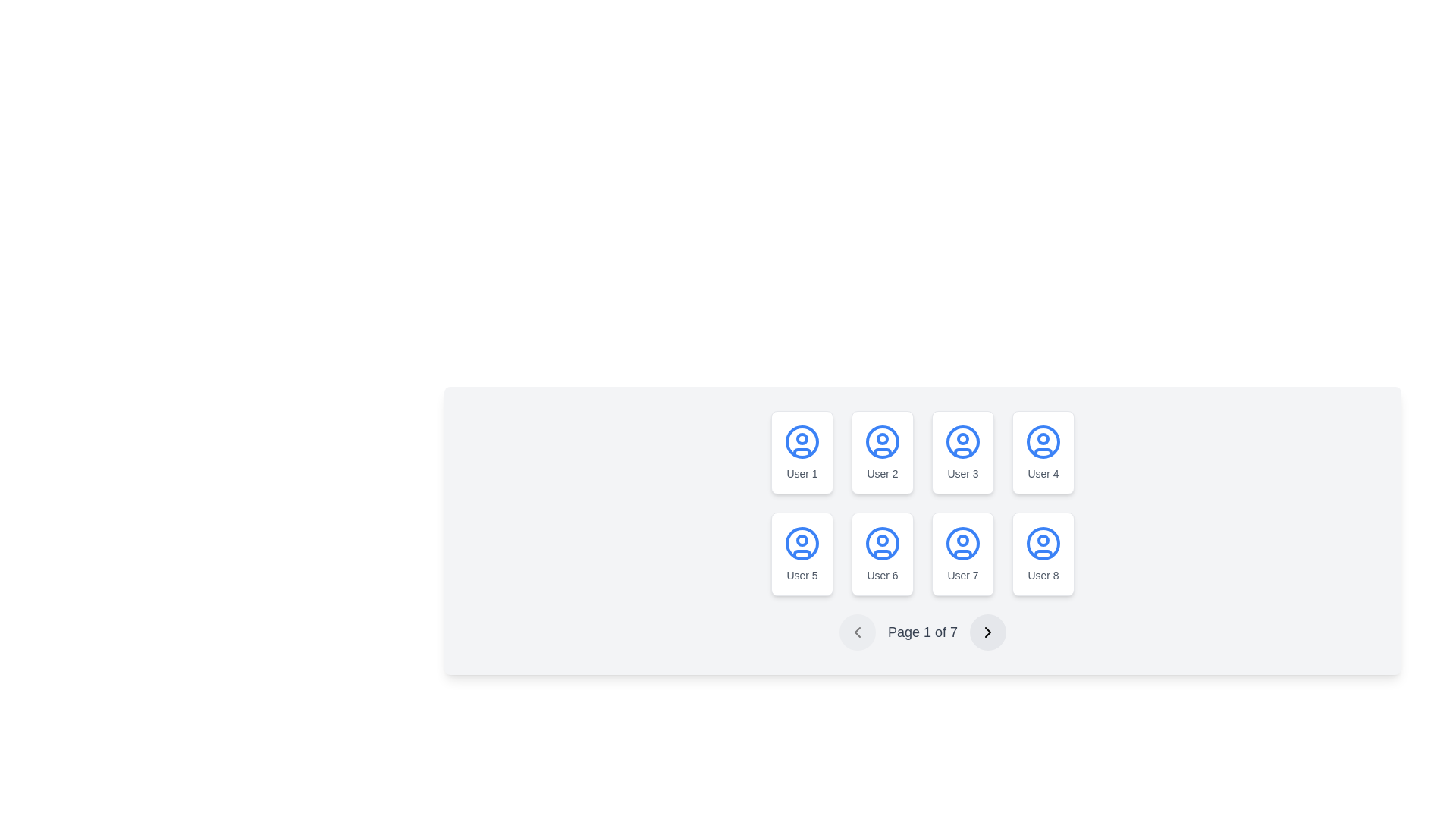  Describe the element at coordinates (882, 543) in the screenshot. I see `the Avatar Icon, which is a circular user profile icon with a hollow blue outline, located on the card labeled 'User 6' in the second row, second column of the grid` at that location.